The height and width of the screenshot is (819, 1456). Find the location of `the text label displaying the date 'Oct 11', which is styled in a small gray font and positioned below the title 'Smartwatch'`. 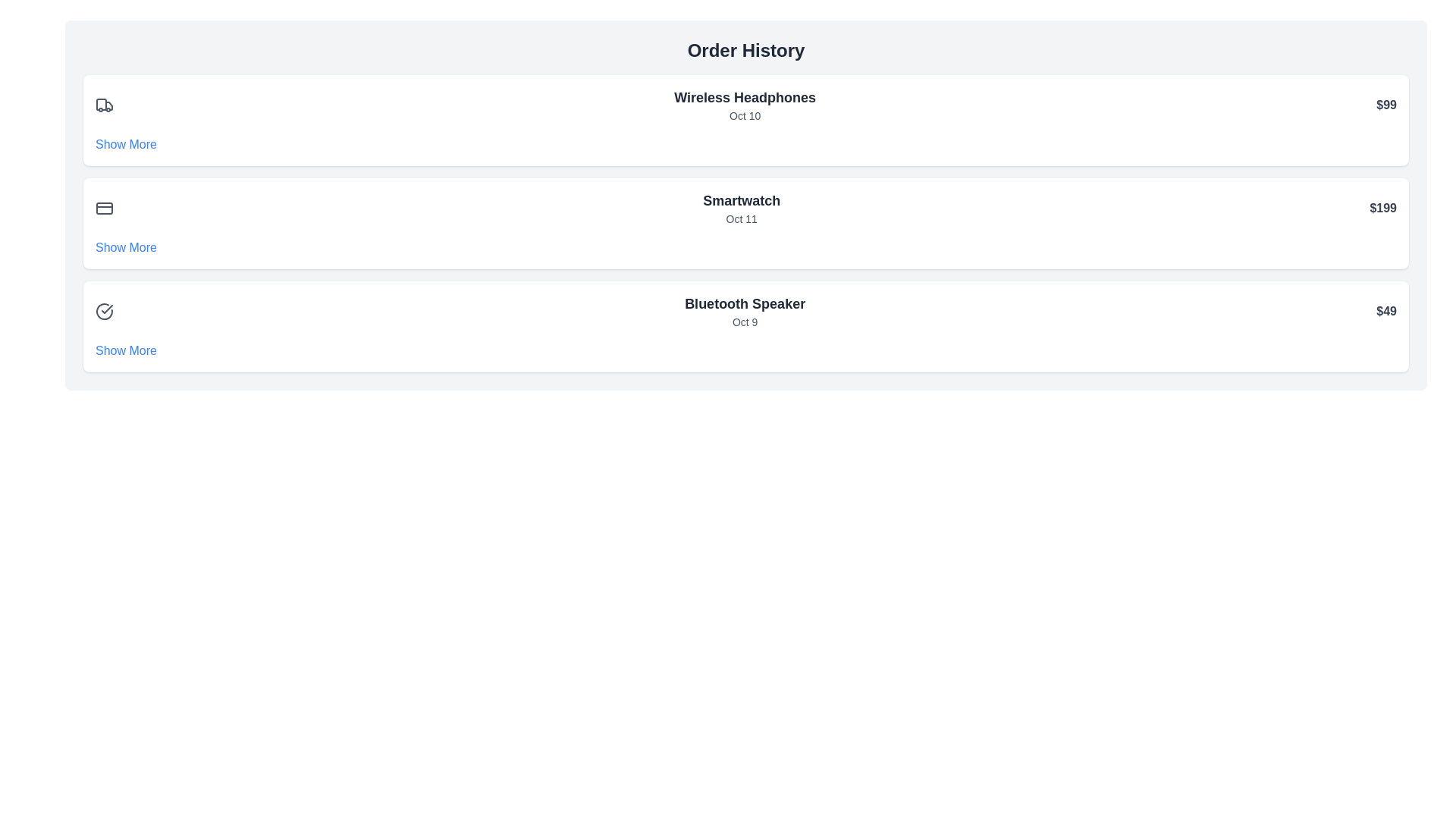

the text label displaying the date 'Oct 11', which is styled in a small gray font and positioned below the title 'Smartwatch' is located at coordinates (742, 219).